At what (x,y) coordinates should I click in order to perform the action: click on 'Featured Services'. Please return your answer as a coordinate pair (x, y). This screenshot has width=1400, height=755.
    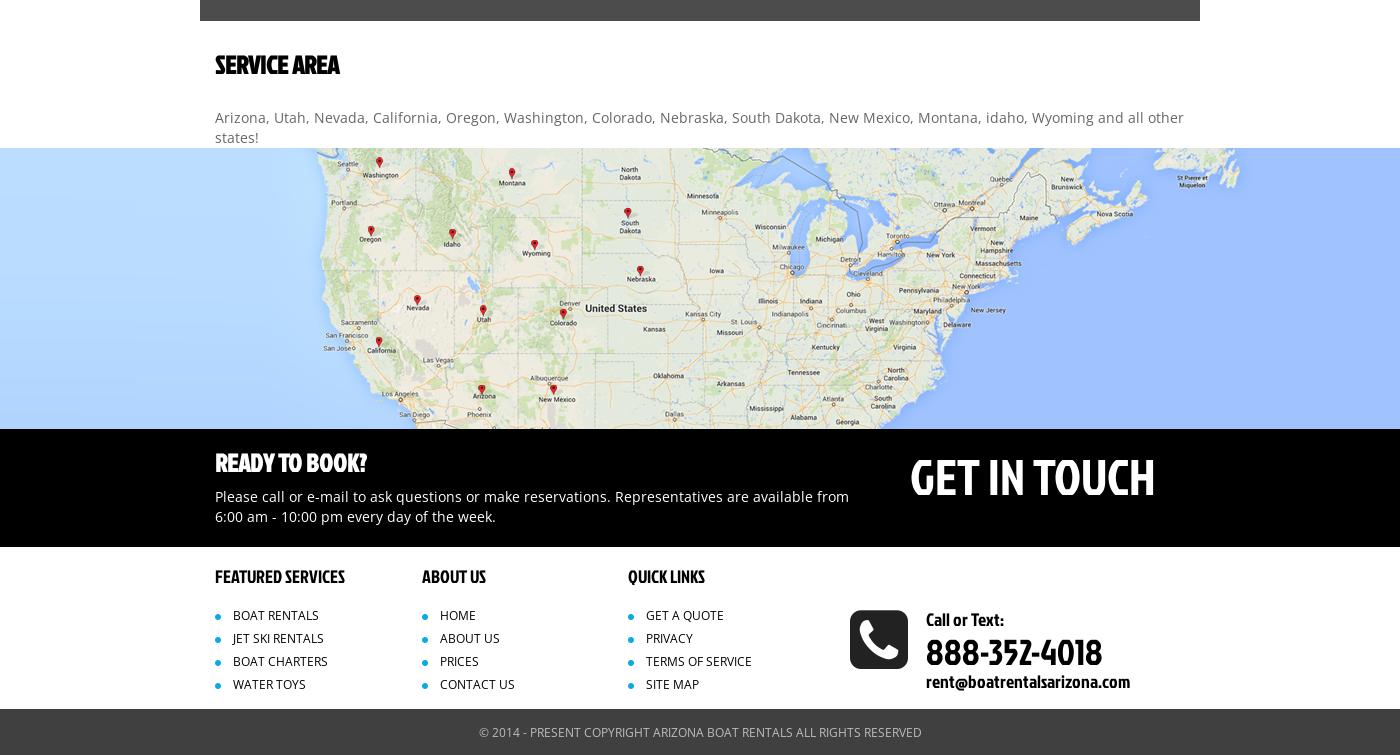
    Looking at the image, I should click on (280, 574).